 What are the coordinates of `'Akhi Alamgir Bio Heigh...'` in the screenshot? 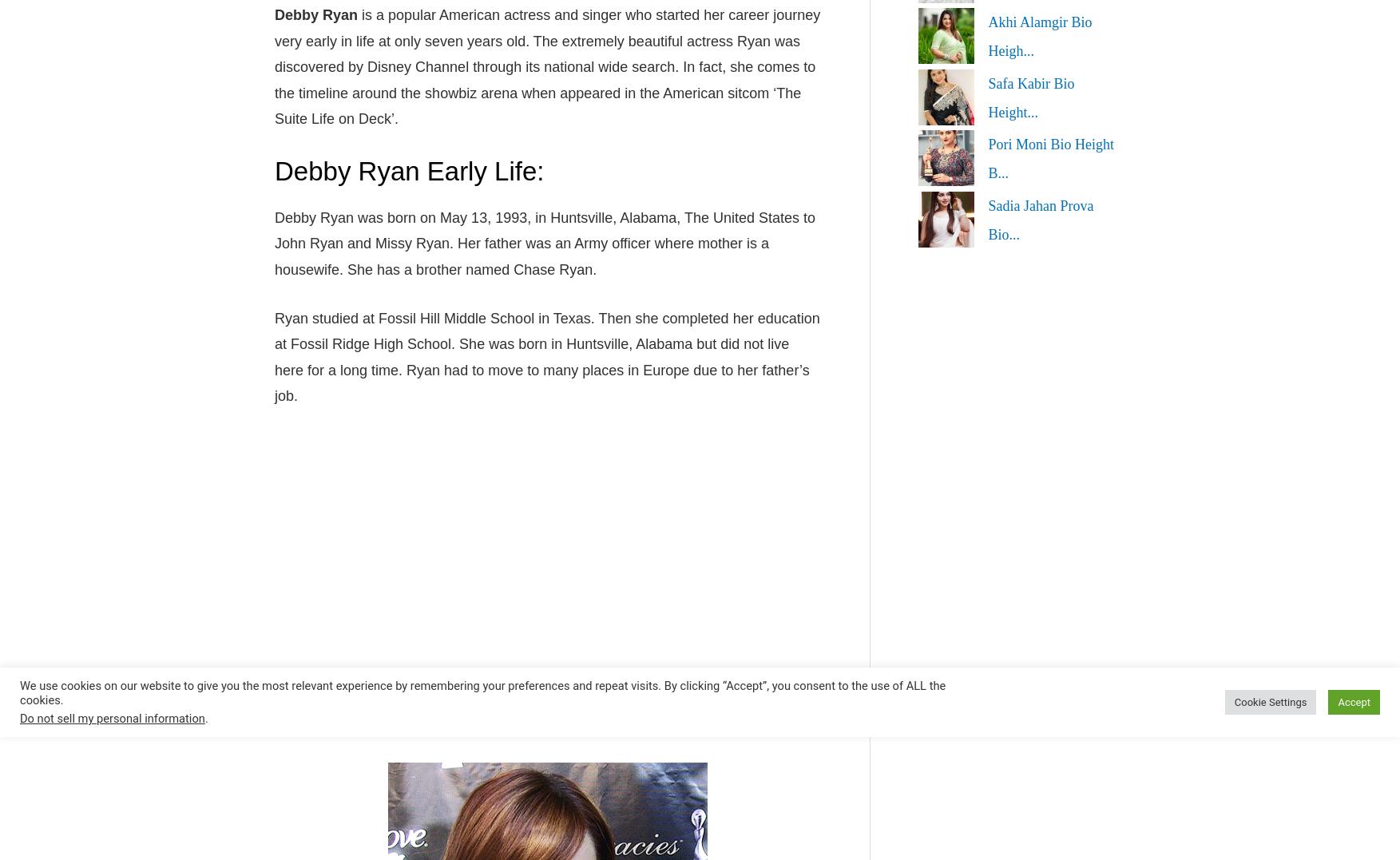 It's located at (1039, 36).